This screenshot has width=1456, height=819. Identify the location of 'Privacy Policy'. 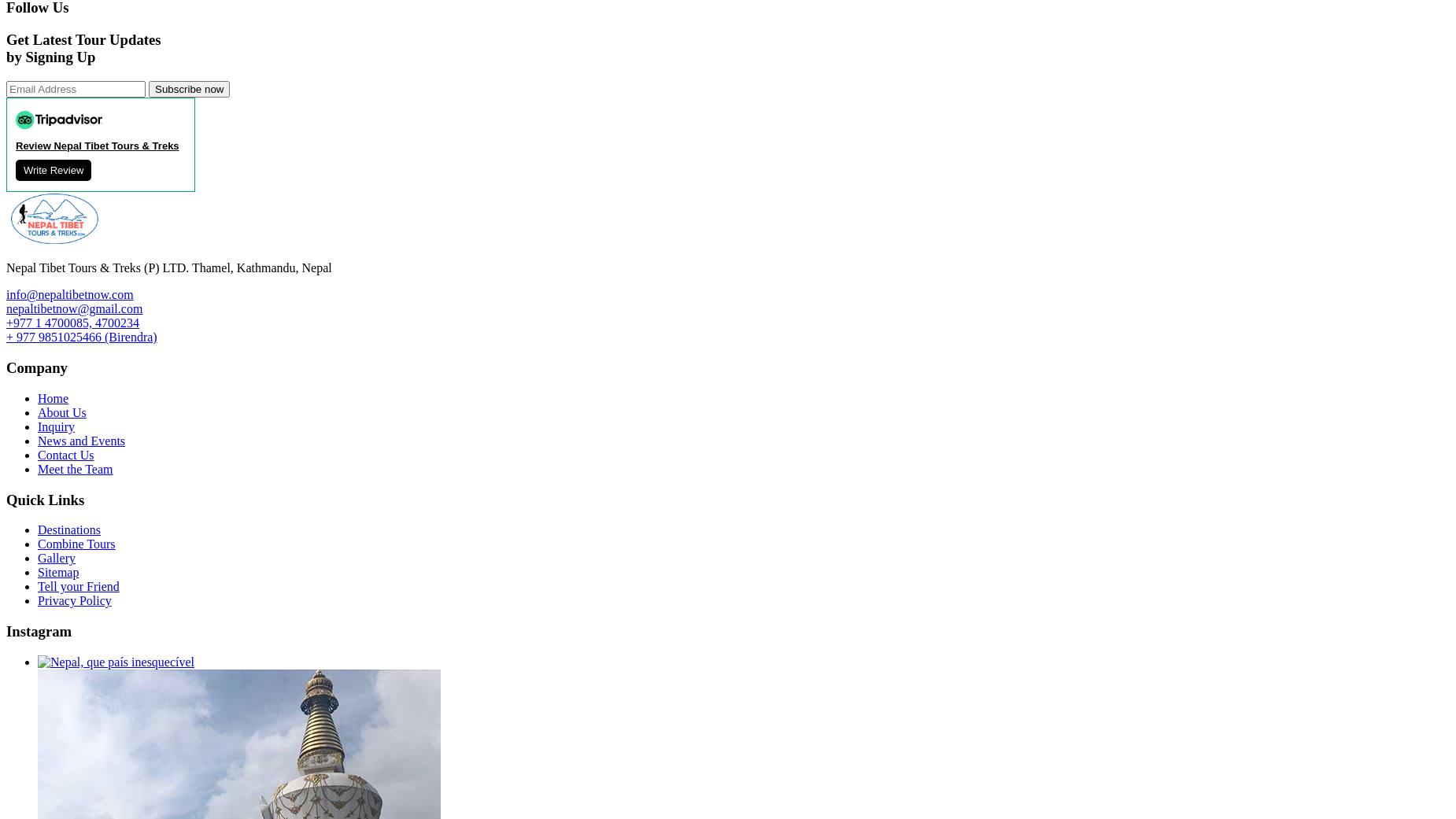
(73, 600).